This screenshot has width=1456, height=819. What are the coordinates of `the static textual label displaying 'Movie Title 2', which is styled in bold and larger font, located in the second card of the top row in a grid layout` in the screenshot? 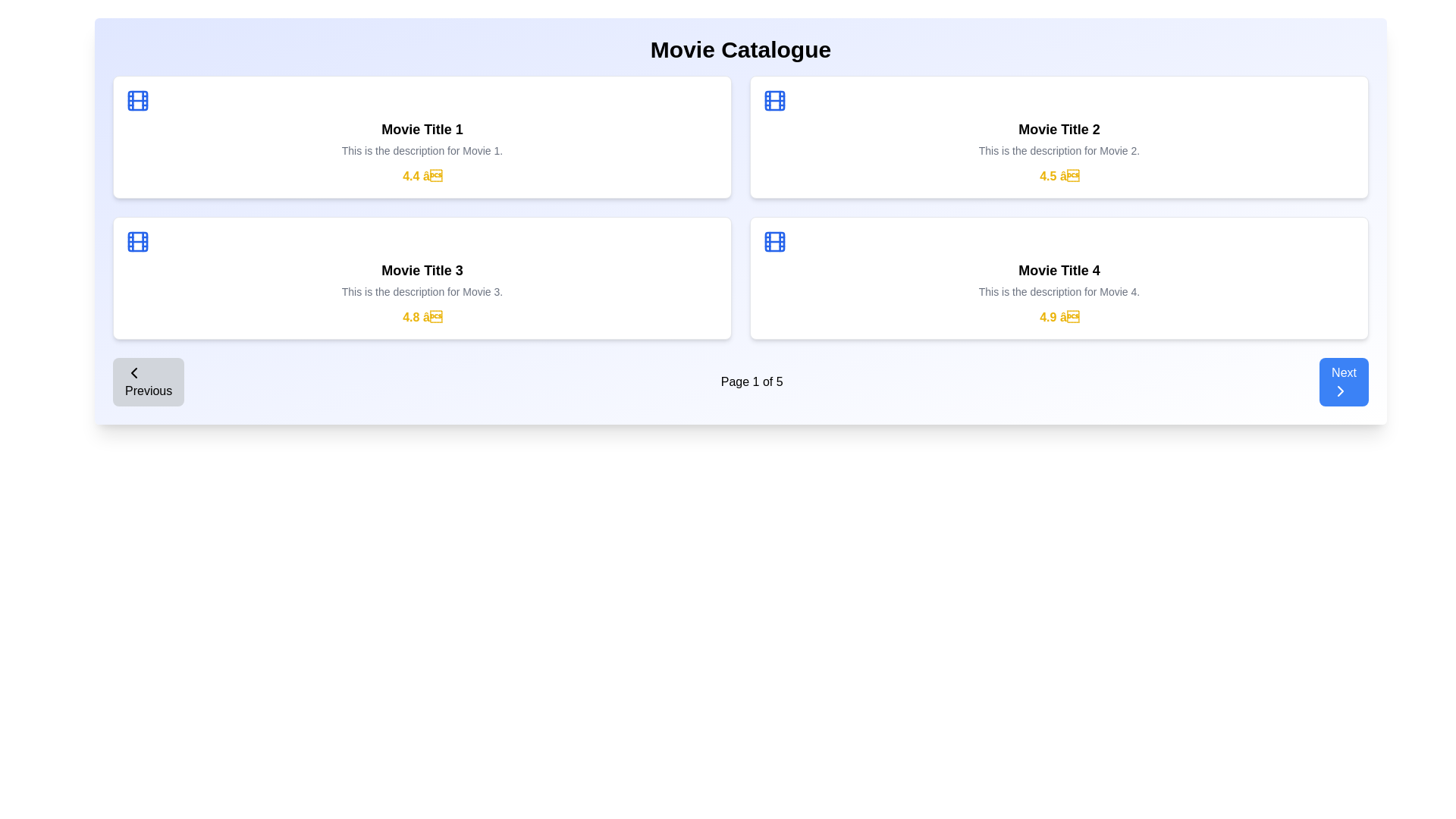 It's located at (1058, 128).